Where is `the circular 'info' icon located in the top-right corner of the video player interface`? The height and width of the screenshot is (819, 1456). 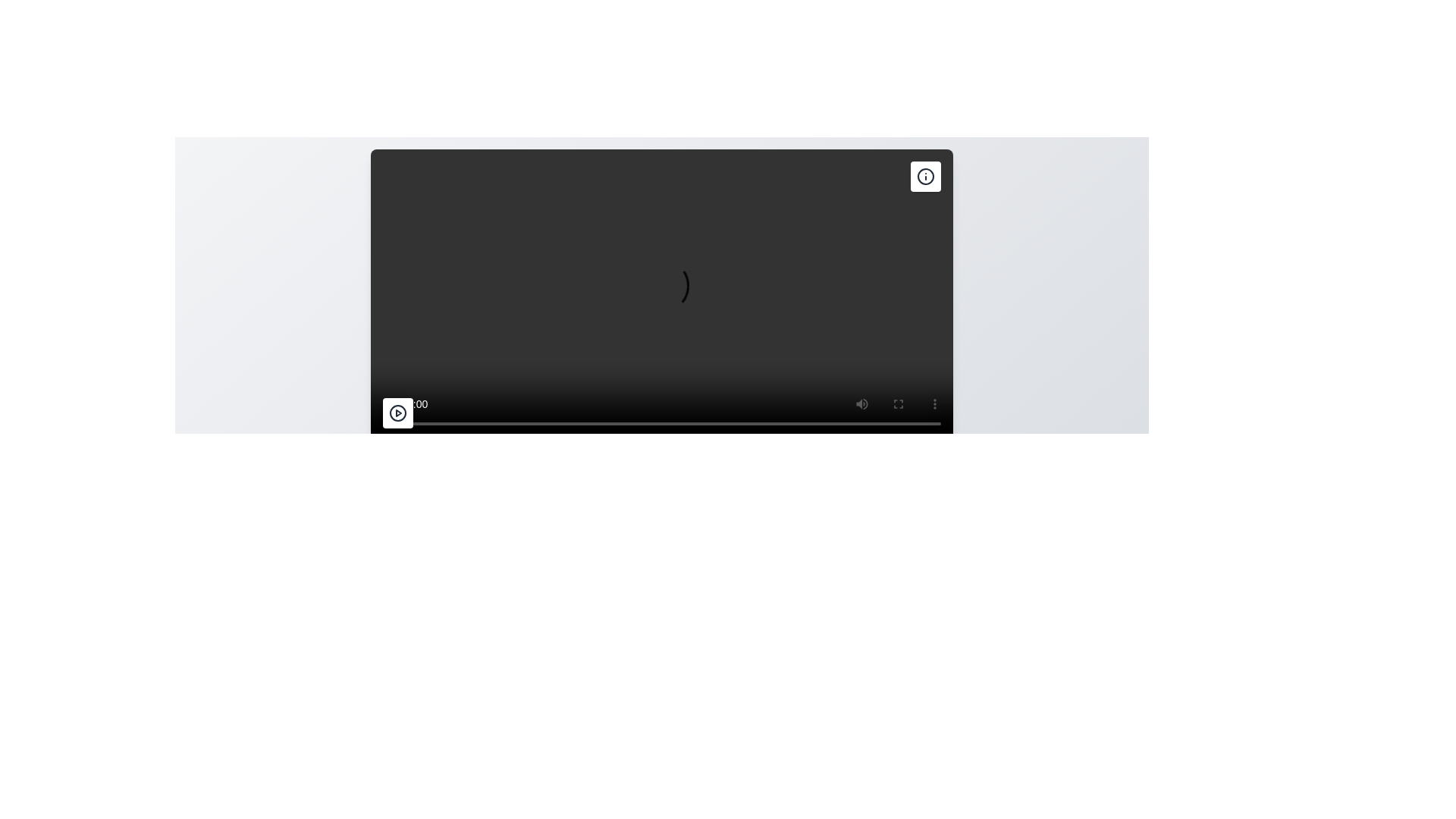
the circular 'info' icon located in the top-right corner of the video player interface is located at coordinates (924, 175).